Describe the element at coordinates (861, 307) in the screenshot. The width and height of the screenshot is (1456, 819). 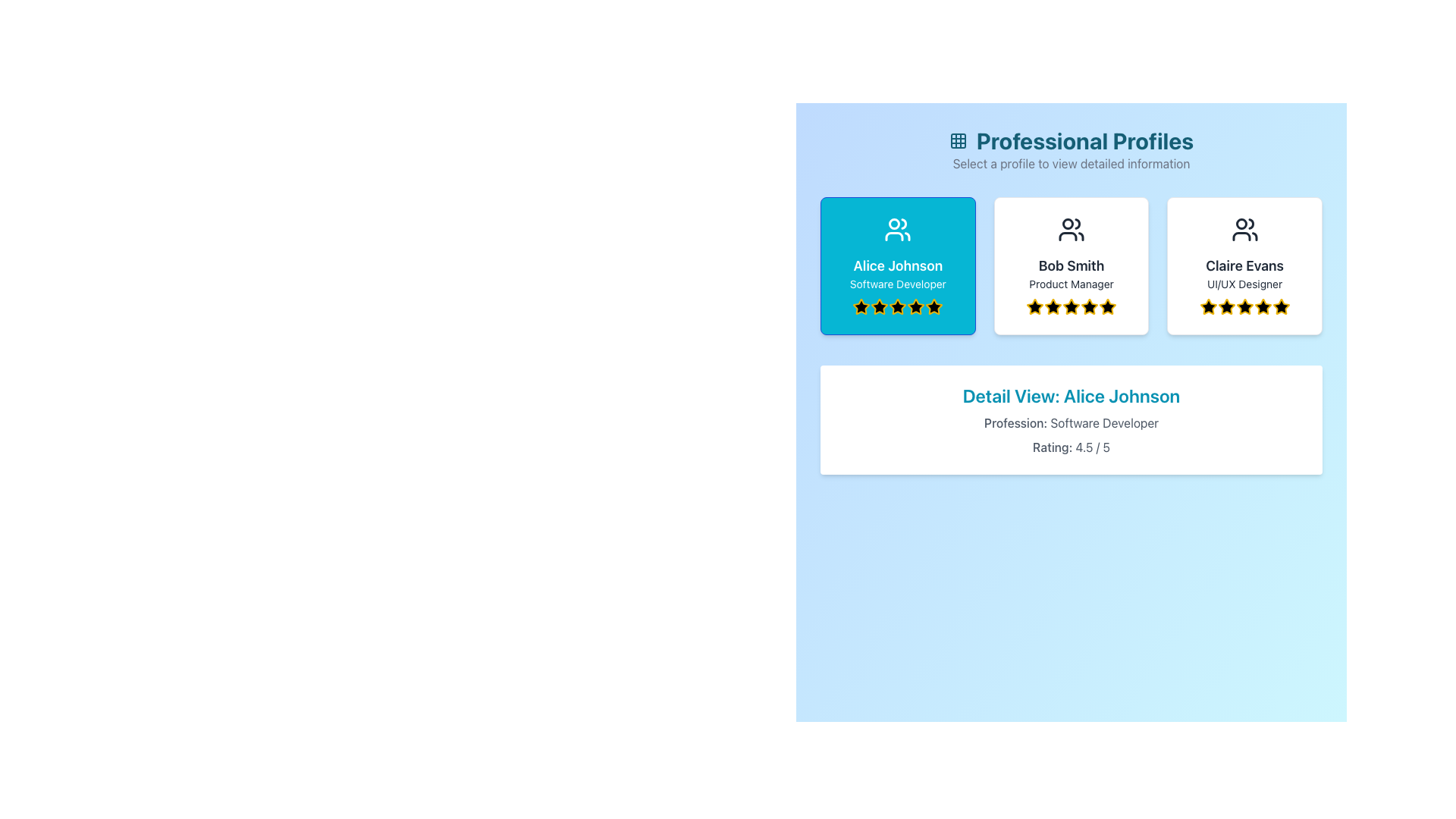
I see `the first star icon in the rating system beneath the profile of Alice Johnson, a Software Developer` at that location.